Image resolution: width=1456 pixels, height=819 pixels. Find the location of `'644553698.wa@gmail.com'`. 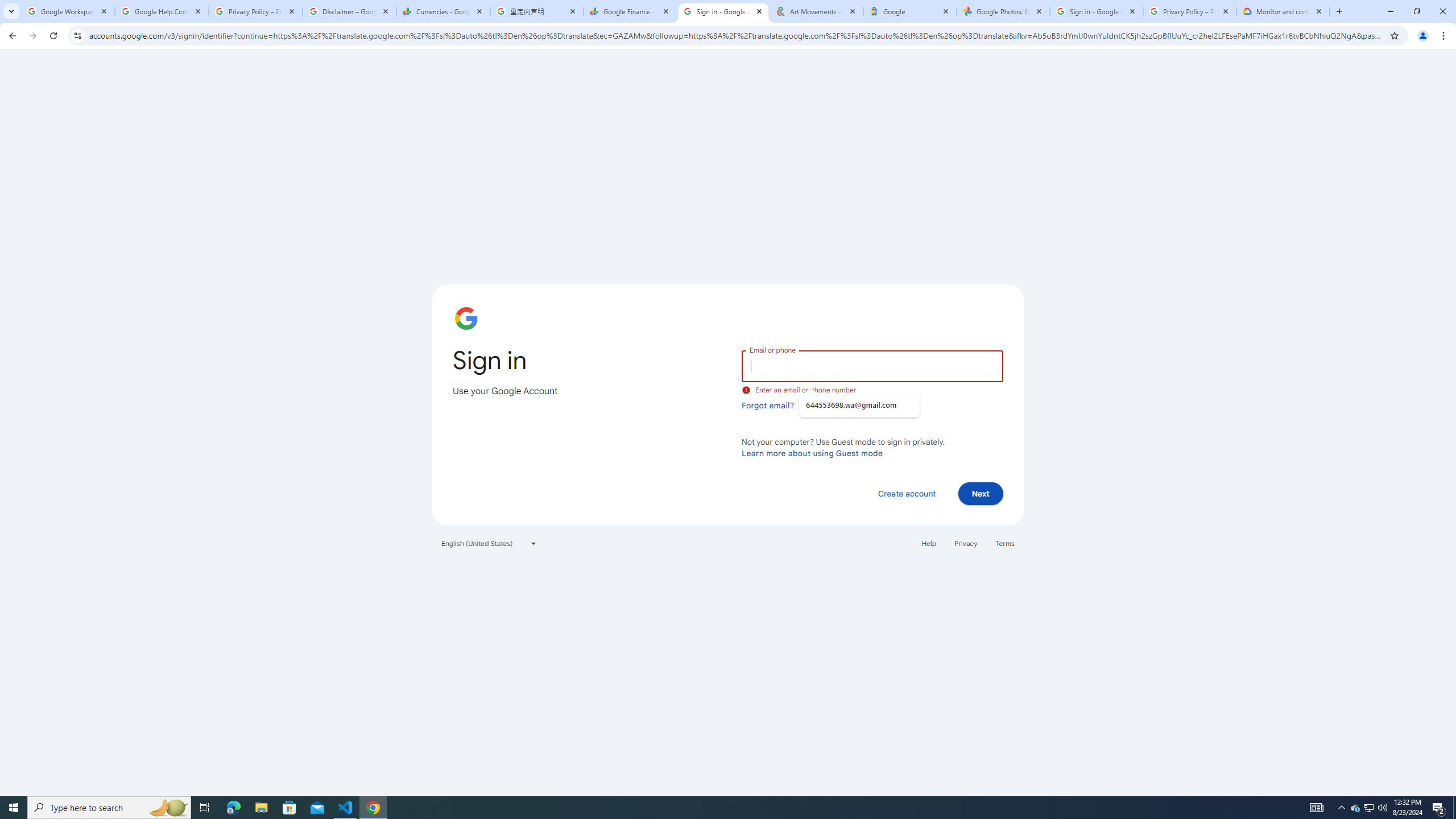

'644553698.wa@gmail.com' is located at coordinates (858, 405).